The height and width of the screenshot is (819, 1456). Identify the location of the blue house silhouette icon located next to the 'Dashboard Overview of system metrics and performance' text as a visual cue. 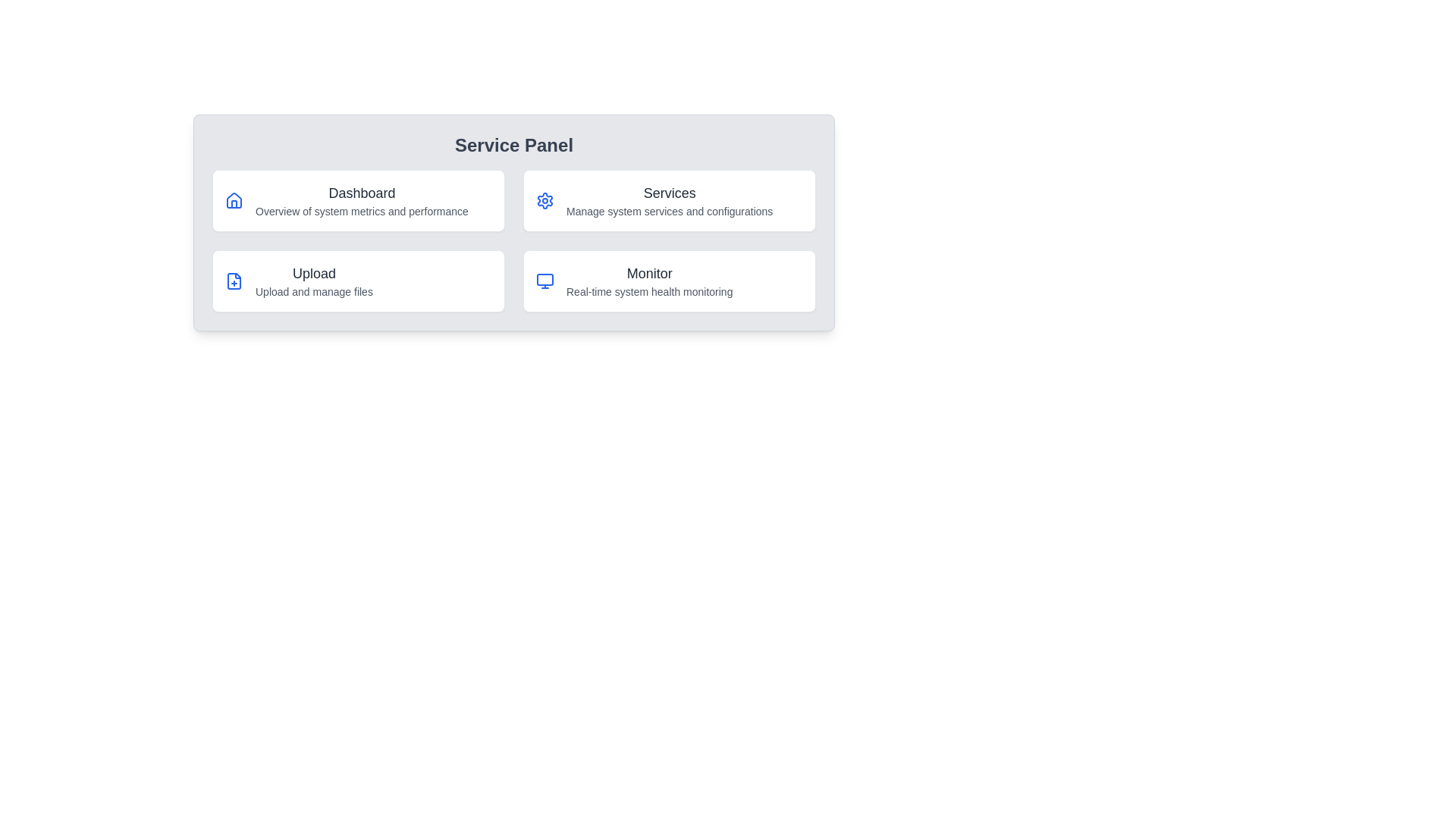
(233, 200).